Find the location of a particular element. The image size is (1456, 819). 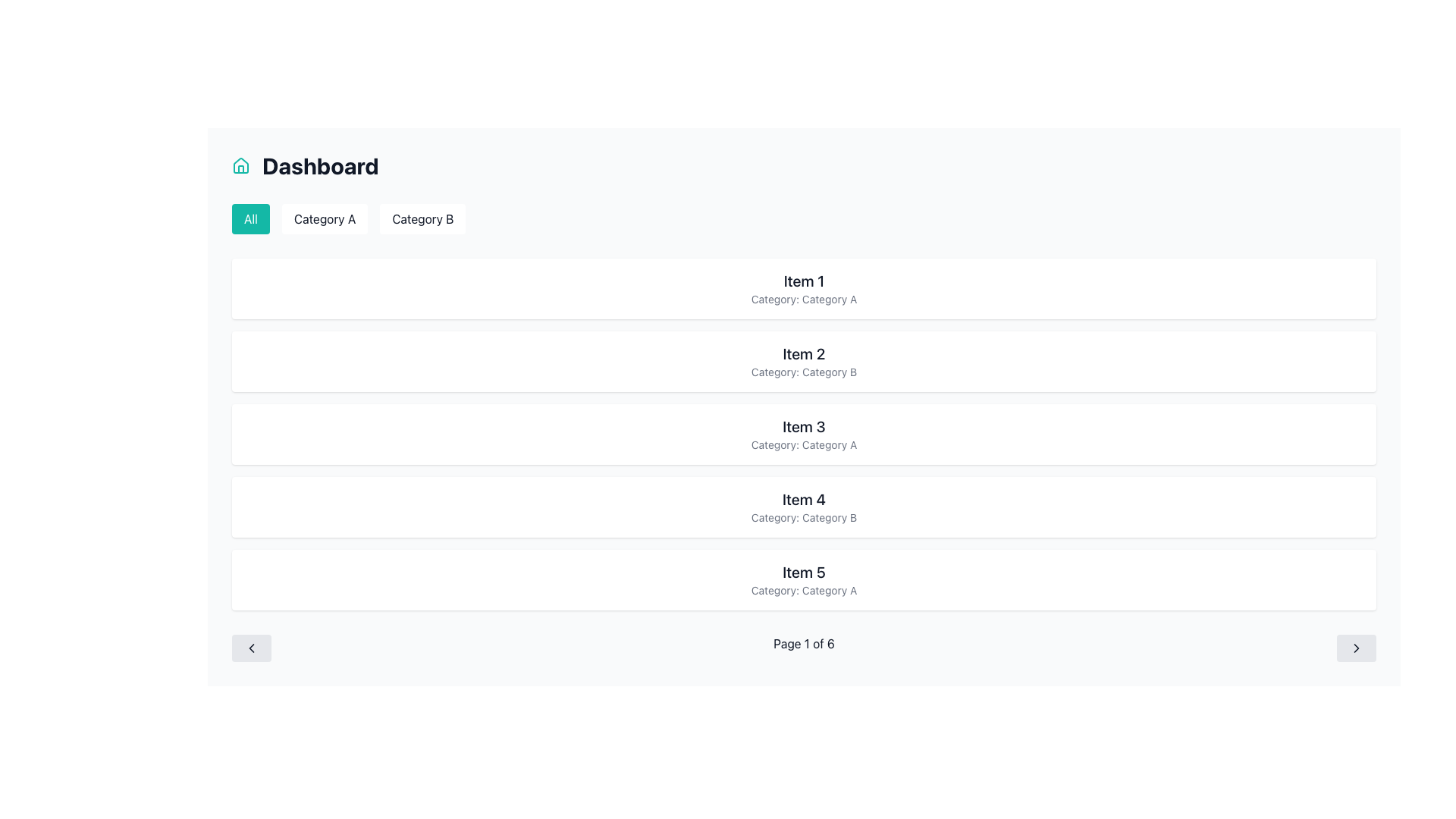

the 'All' button, which is the first button in a row of three buttons under the 'Dashboard' heading is located at coordinates (251, 219).